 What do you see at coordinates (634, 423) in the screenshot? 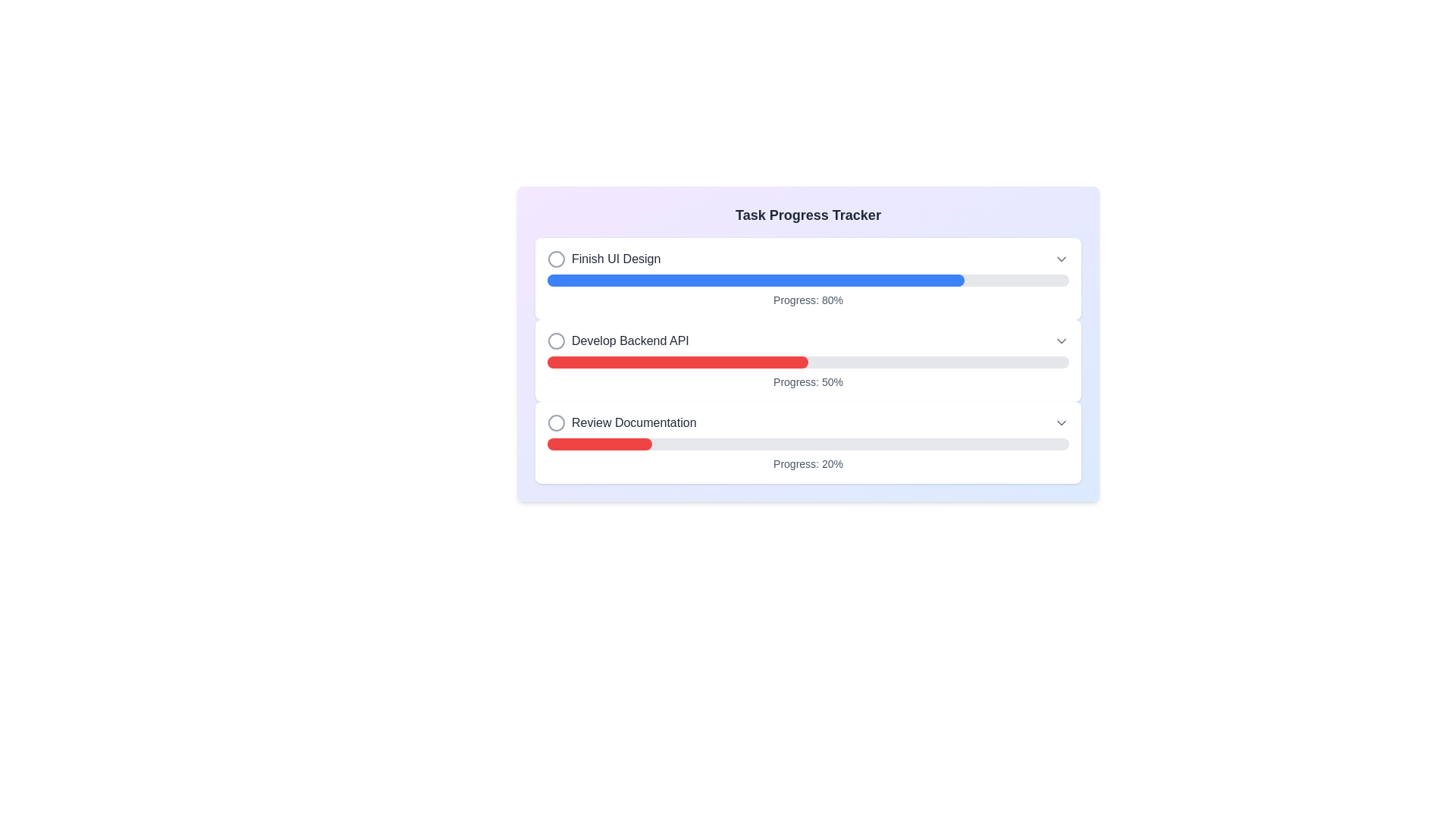
I see `the 'Review Documentation' text label in the task progress tracking component` at bounding box center [634, 423].